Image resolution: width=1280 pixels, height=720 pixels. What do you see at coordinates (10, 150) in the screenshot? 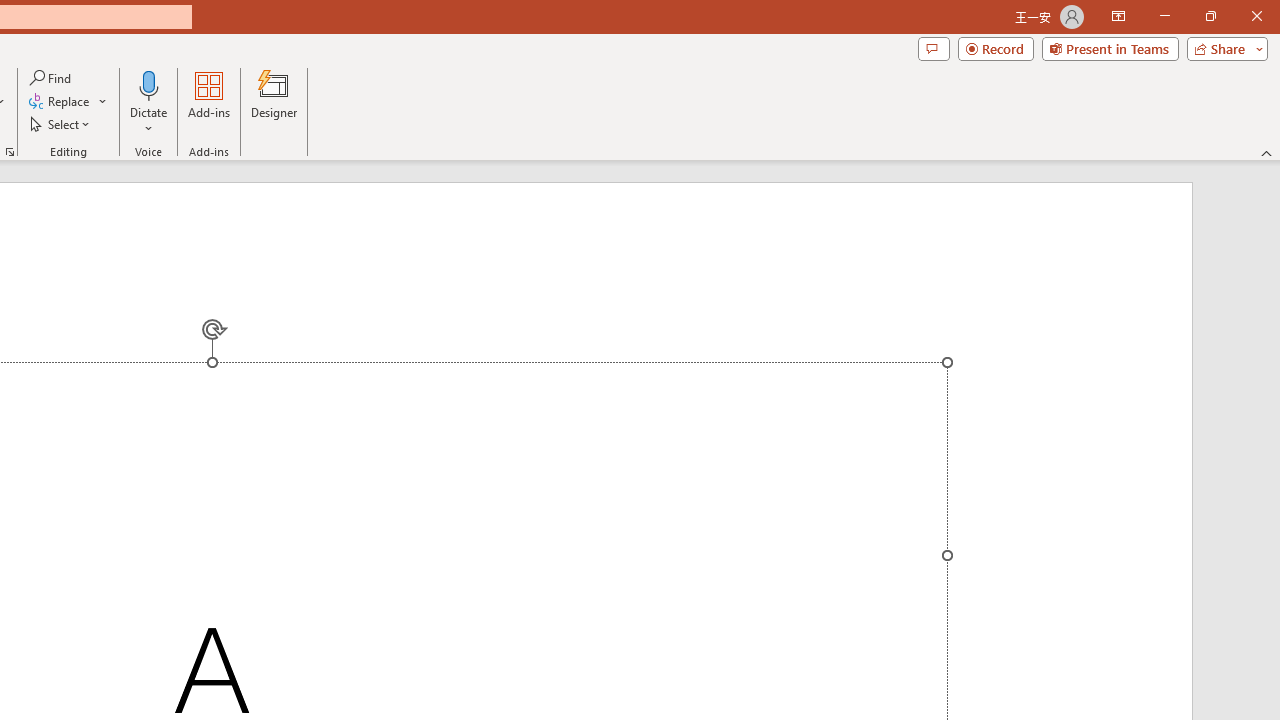
I see `'Format Object...'` at bounding box center [10, 150].